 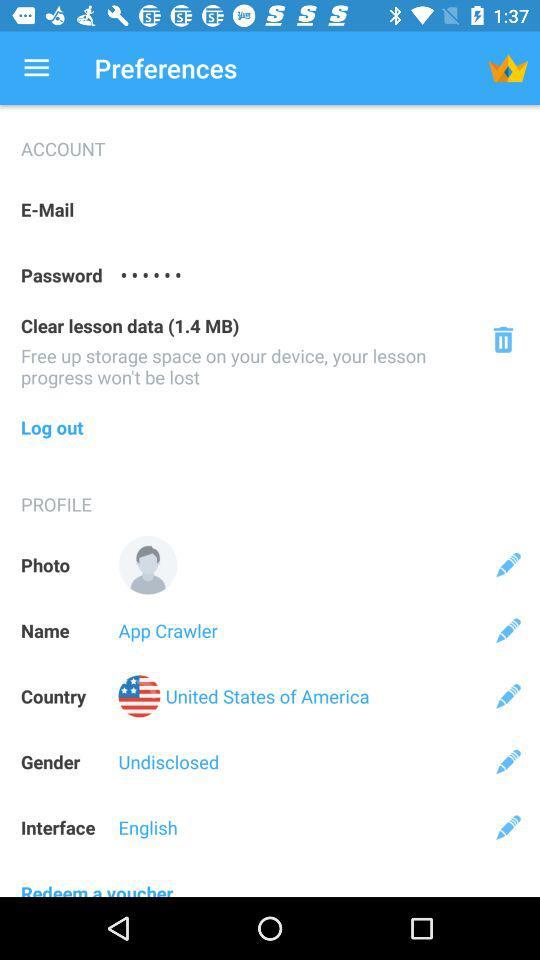 I want to click on the icon next to english icon, so click(x=508, y=827).